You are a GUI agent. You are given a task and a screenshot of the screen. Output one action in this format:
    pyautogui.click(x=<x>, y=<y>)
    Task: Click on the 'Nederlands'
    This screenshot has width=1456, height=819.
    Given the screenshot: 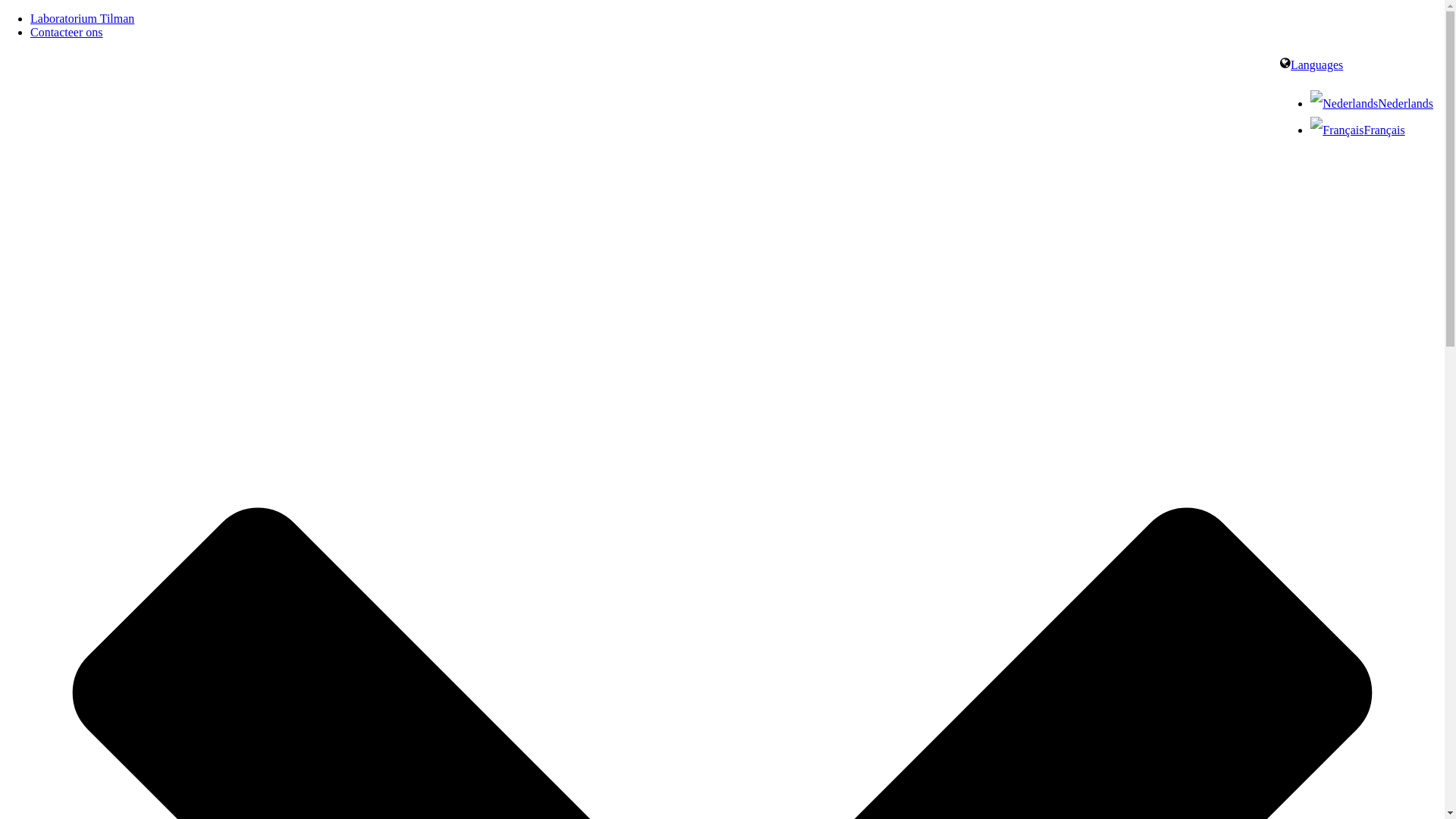 What is the action you would take?
    pyautogui.click(x=1344, y=102)
    